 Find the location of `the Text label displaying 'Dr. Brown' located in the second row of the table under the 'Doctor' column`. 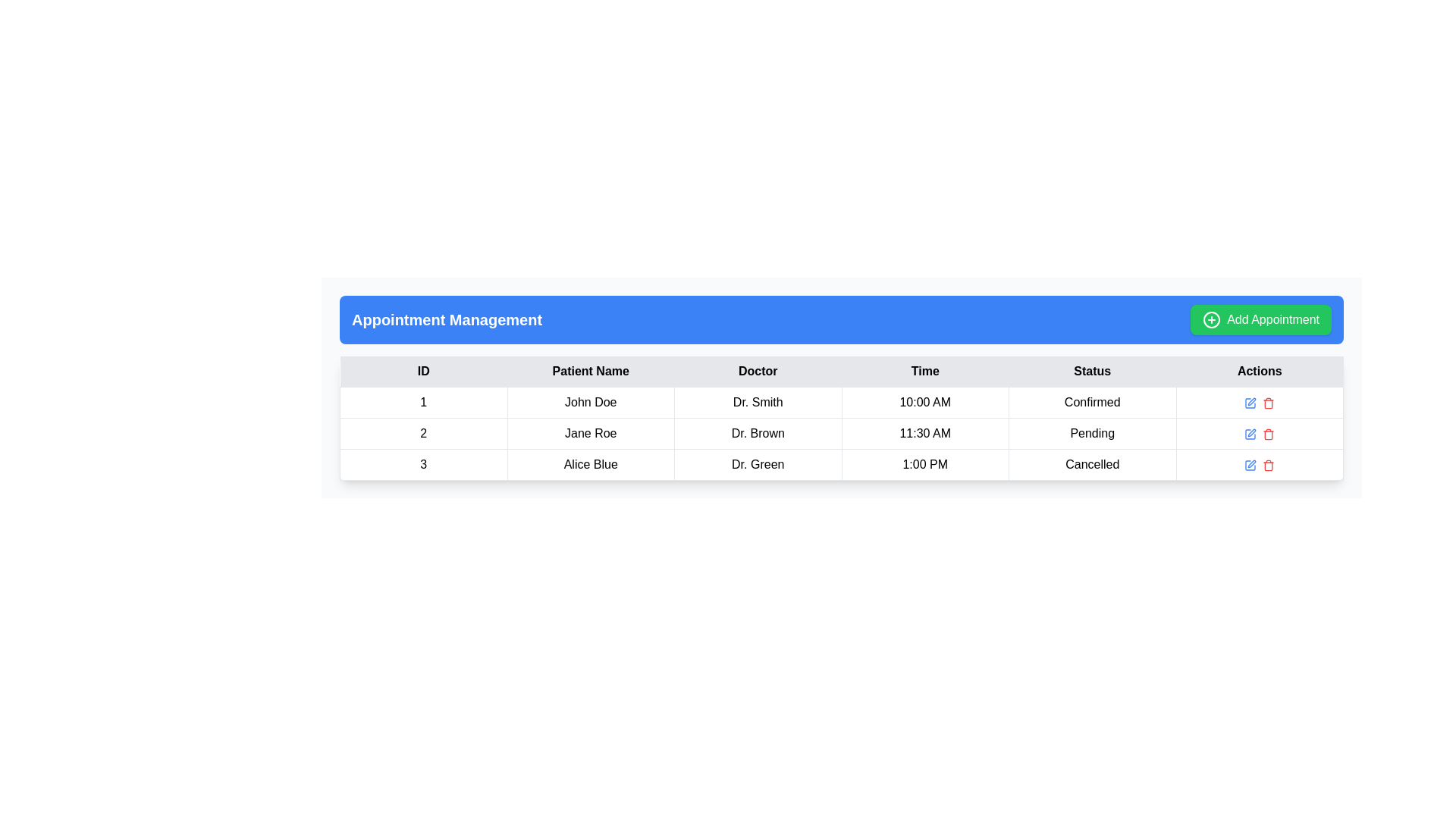

the Text label displaying 'Dr. Brown' located in the second row of the table under the 'Doctor' column is located at coordinates (758, 433).